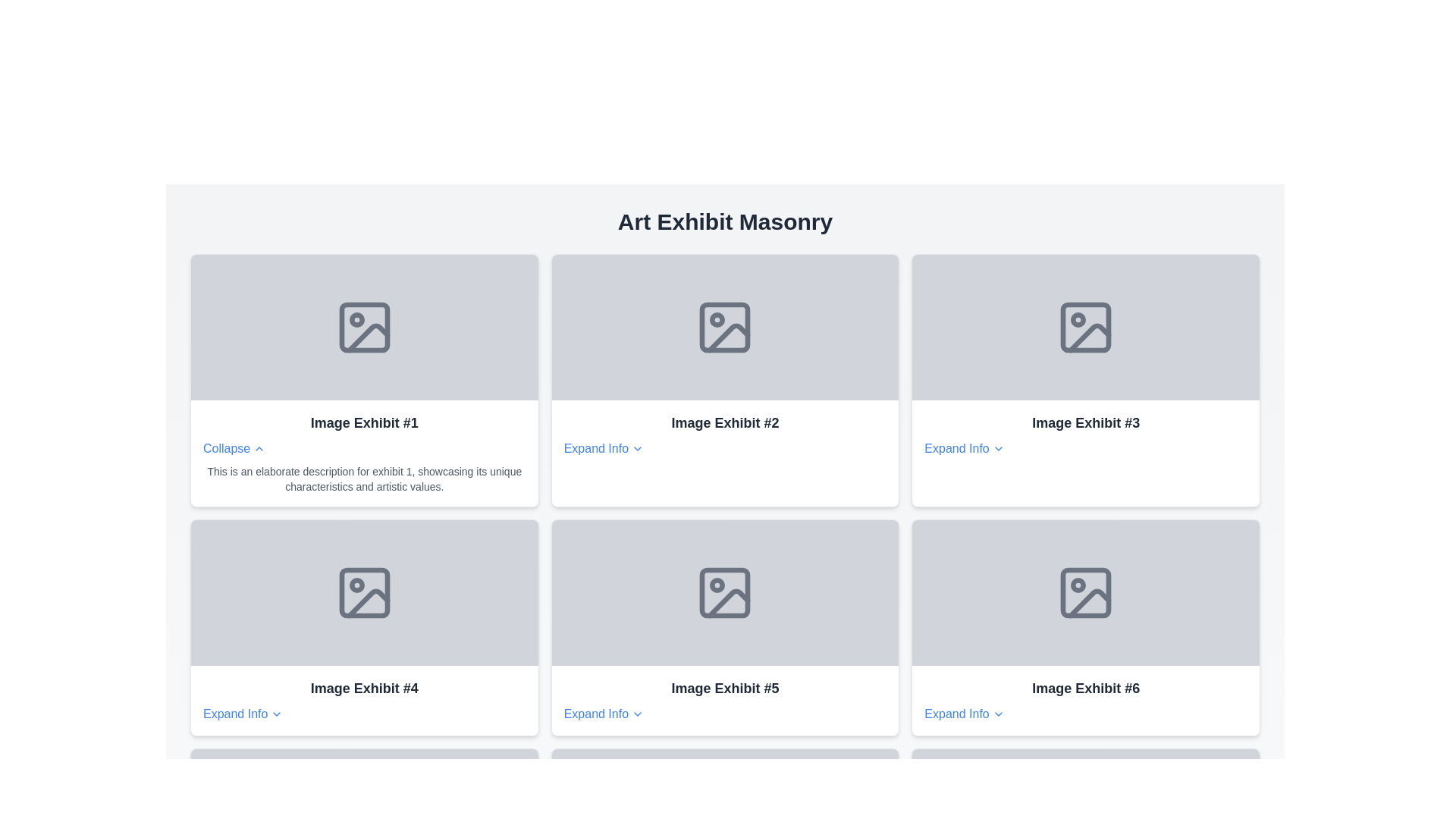 The image size is (1456, 819). What do you see at coordinates (364, 327) in the screenshot?
I see `the Image Placeholder element with a gray background and a minimalistic landscape icon, located in the first column of the top row in the 'Image Exhibit #1' card layout` at bounding box center [364, 327].